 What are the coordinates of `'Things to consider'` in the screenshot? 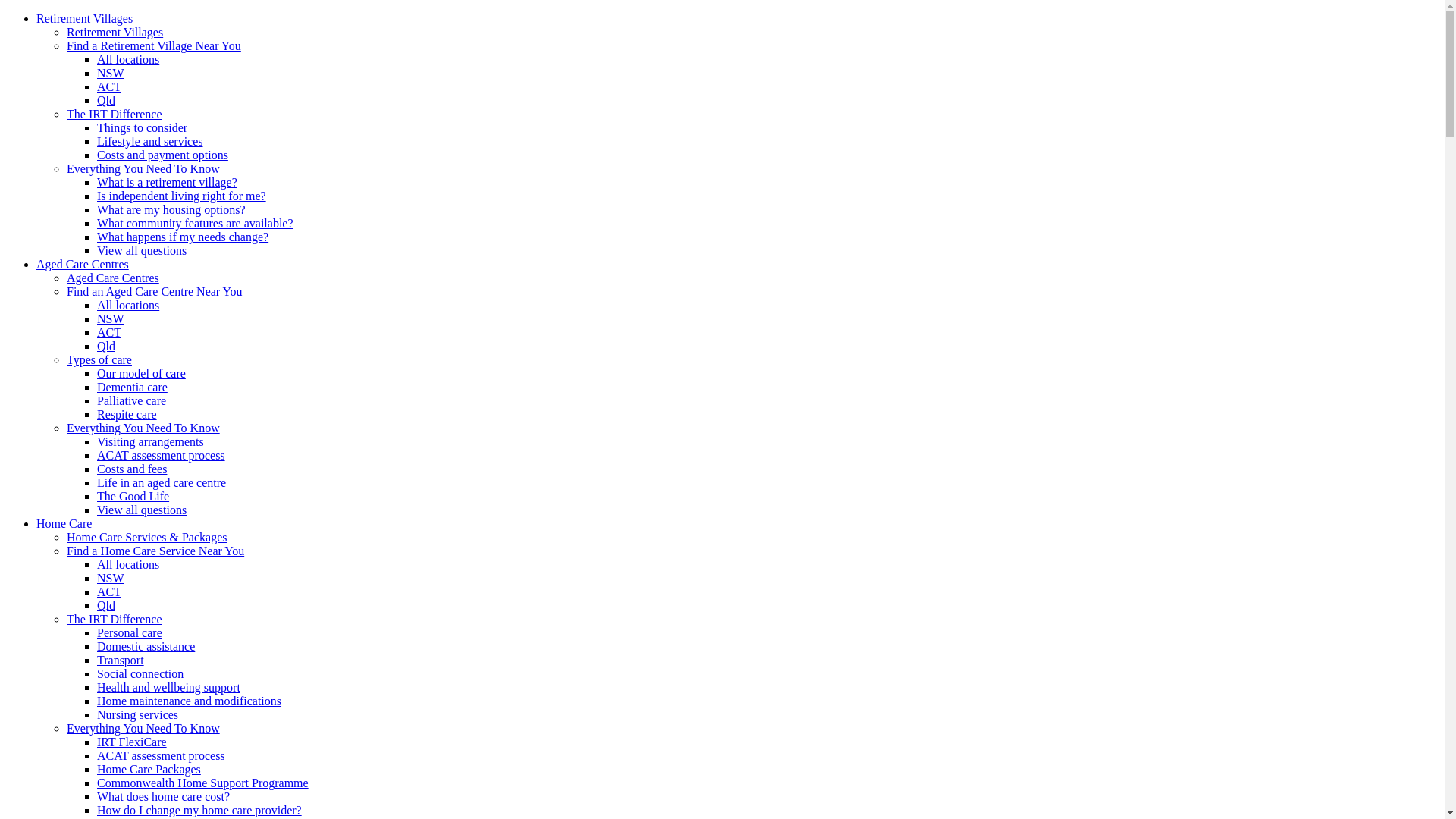 It's located at (142, 127).